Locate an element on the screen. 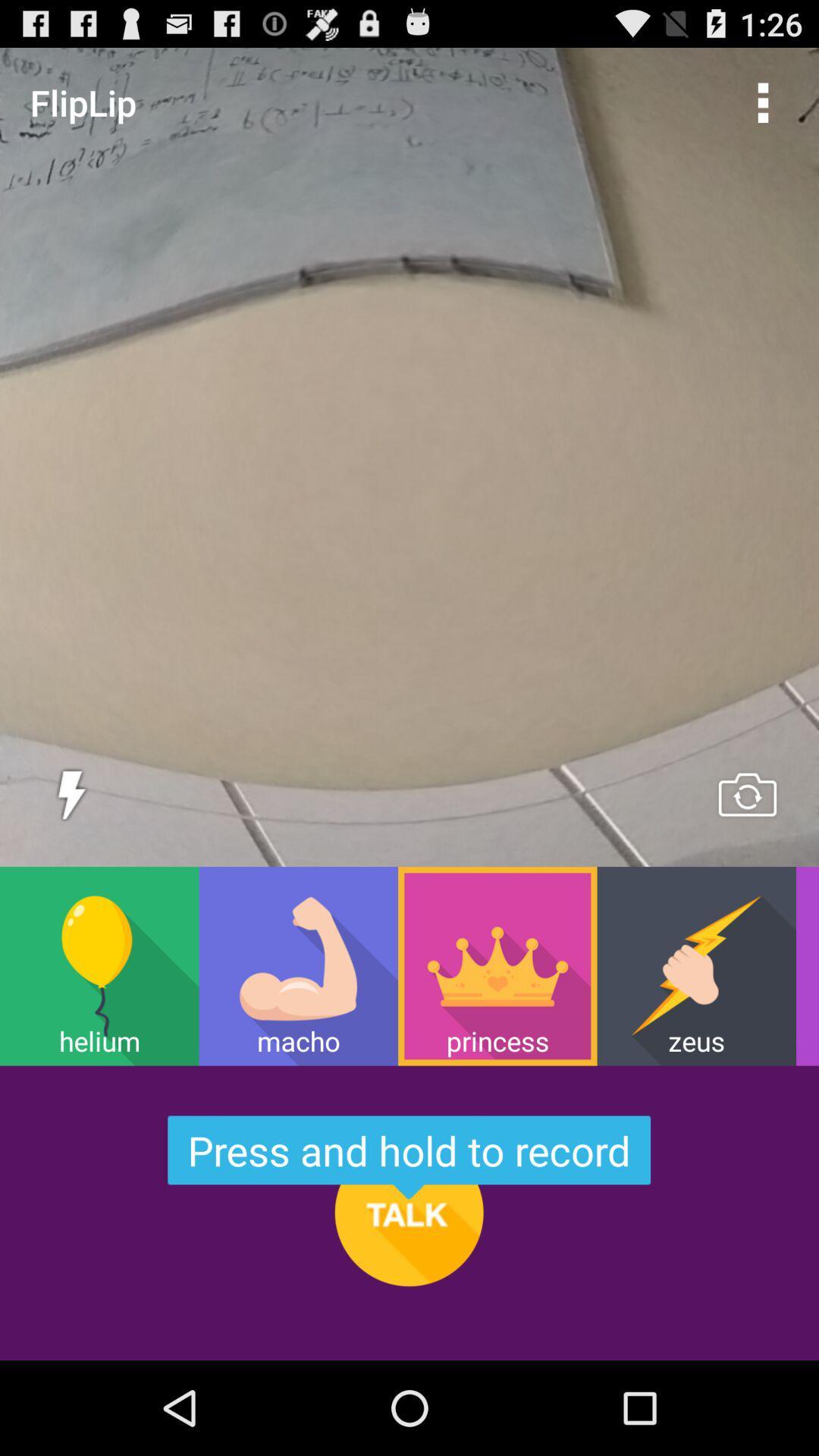 The height and width of the screenshot is (1456, 819). the icon next to the zeus is located at coordinates (497, 965).